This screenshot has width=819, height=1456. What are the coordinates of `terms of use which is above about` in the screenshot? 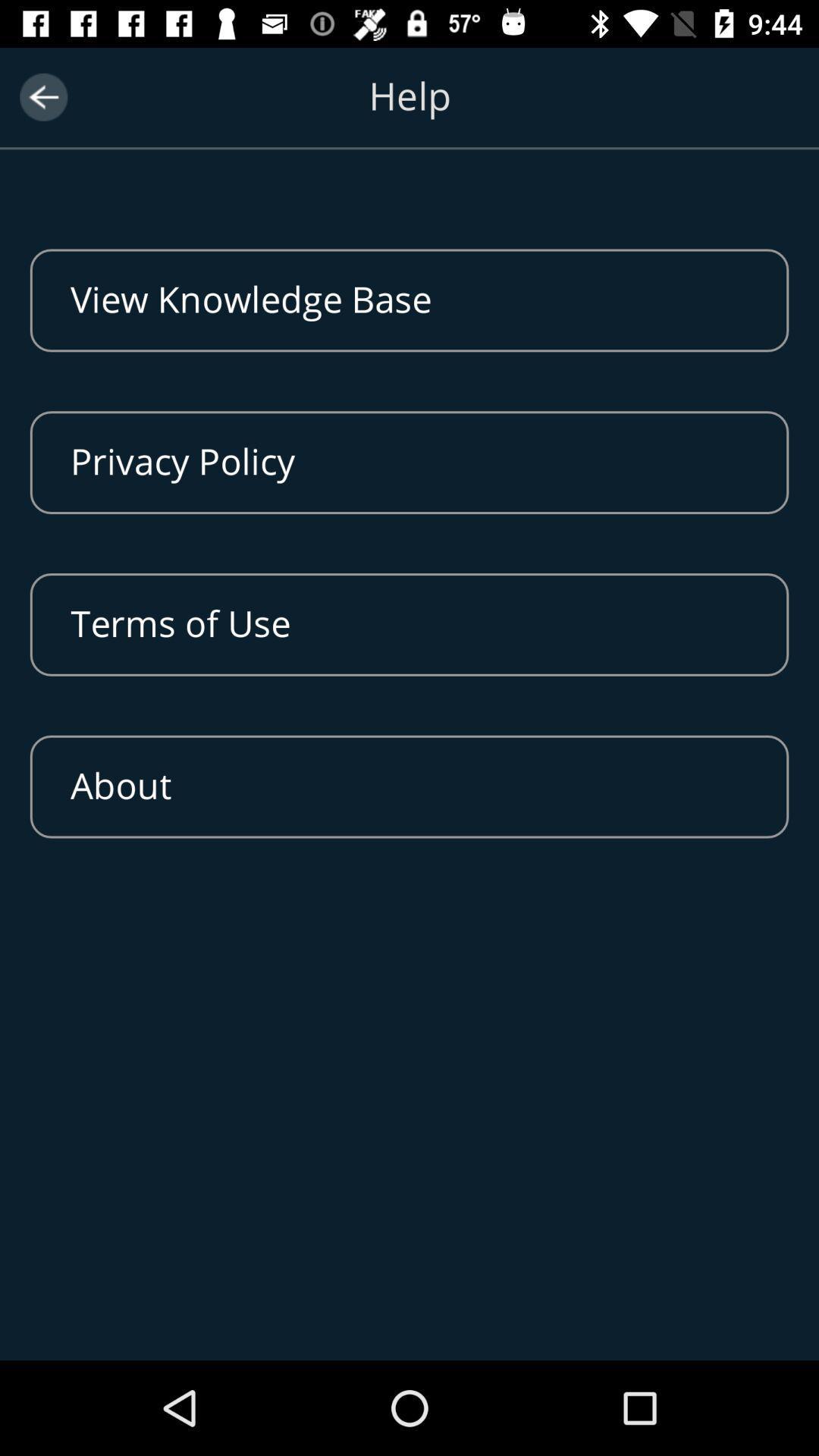 It's located at (409, 625).